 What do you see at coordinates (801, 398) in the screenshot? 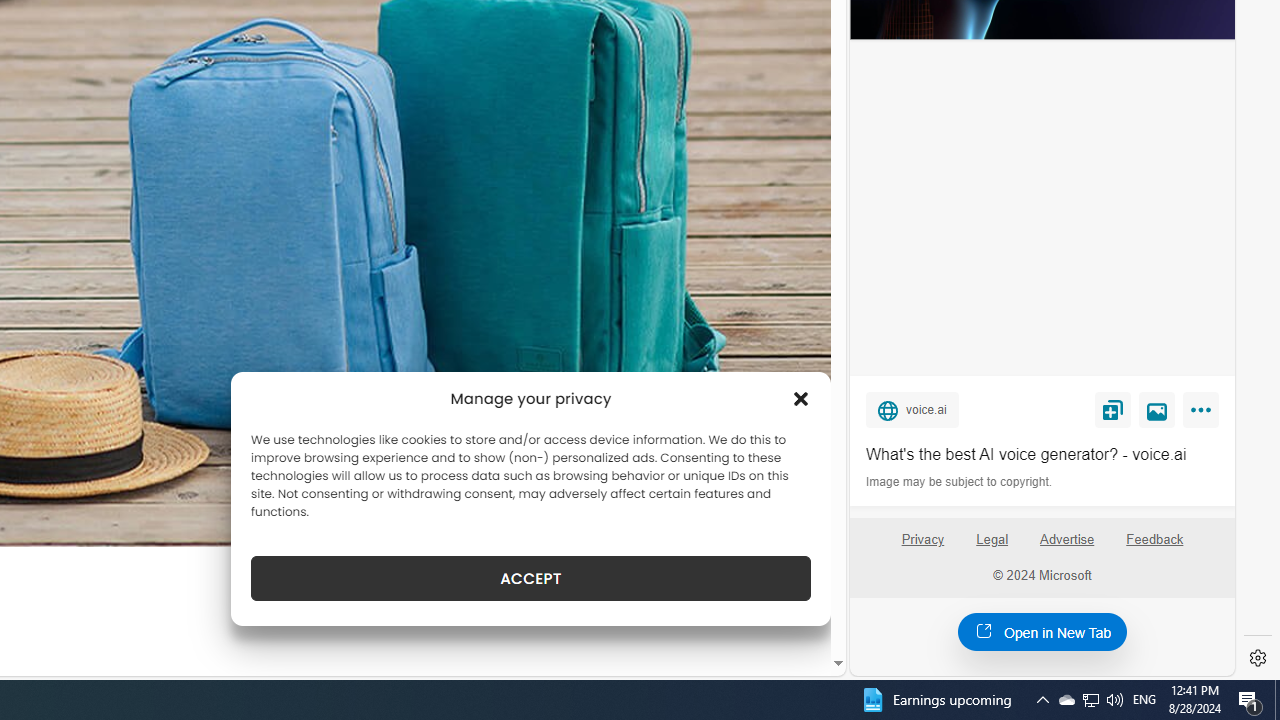
I see `'Class: cmplz-close'` at bounding box center [801, 398].